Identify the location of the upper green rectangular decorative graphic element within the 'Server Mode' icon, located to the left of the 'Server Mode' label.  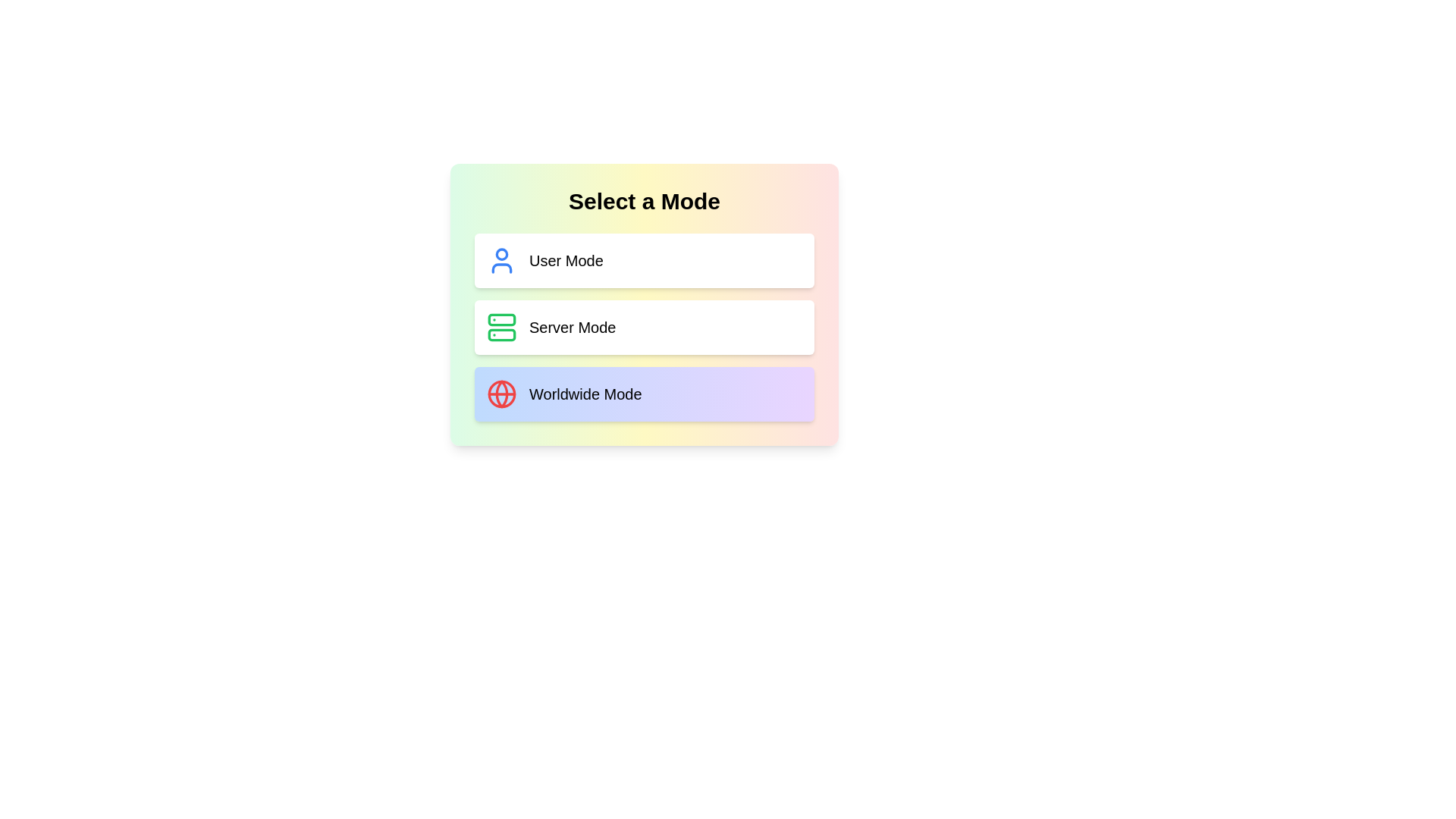
(502, 318).